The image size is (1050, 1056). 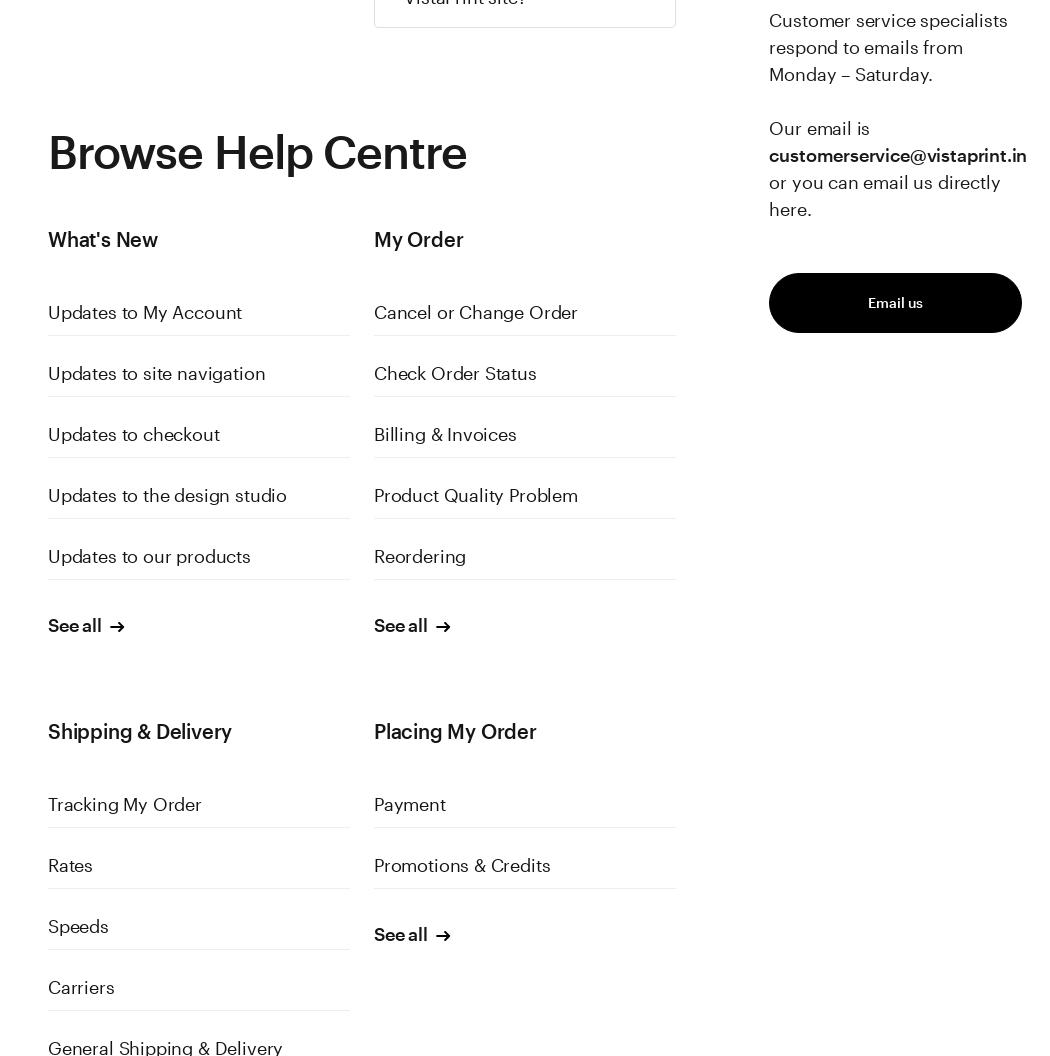 What do you see at coordinates (475, 312) in the screenshot?
I see `'Cancel or Change Order'` at bounding box center [475, 312].